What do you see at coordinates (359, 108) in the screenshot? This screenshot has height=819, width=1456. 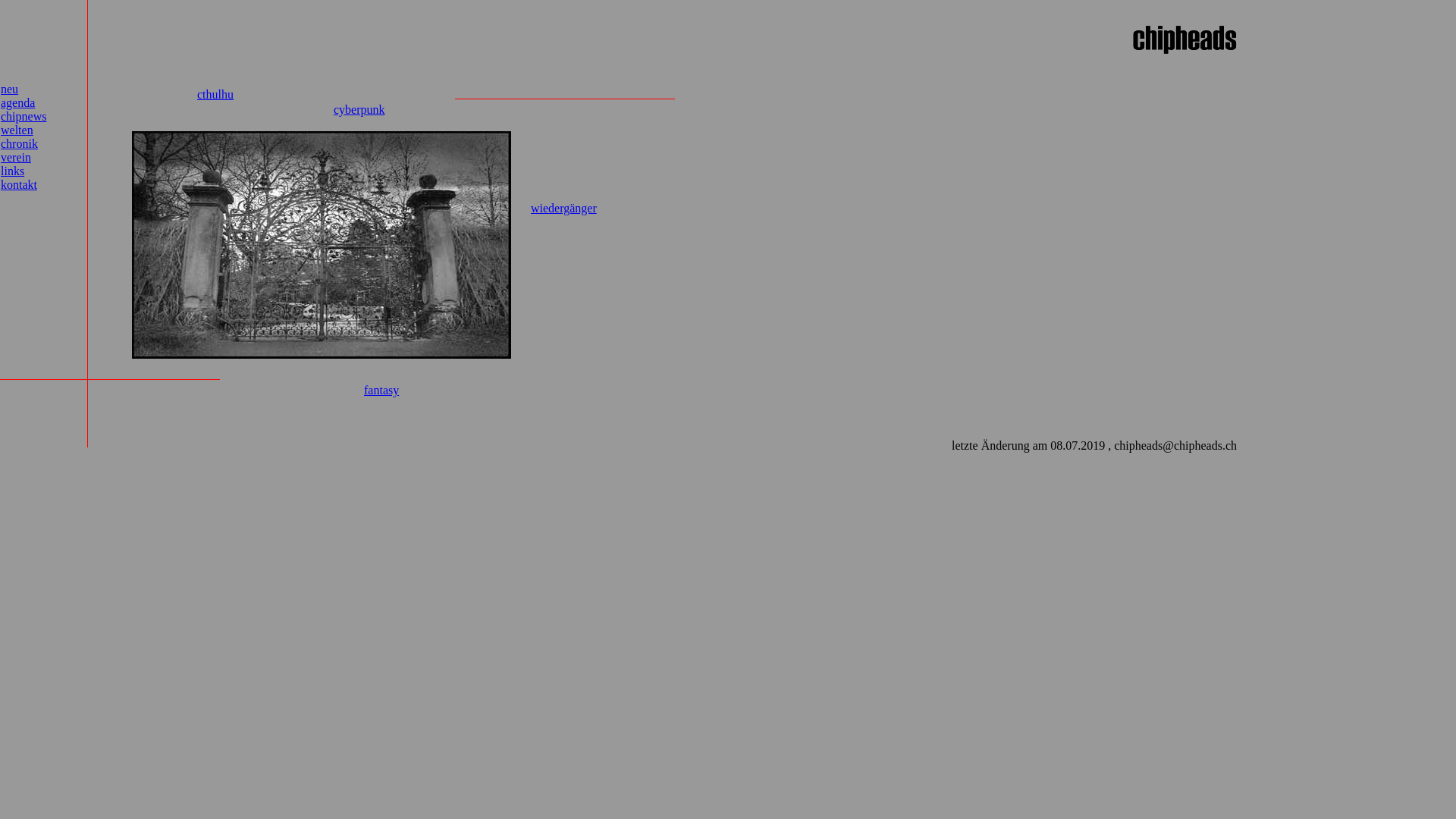 I see `'cyberpunk'` at bounding box center [359, 108].